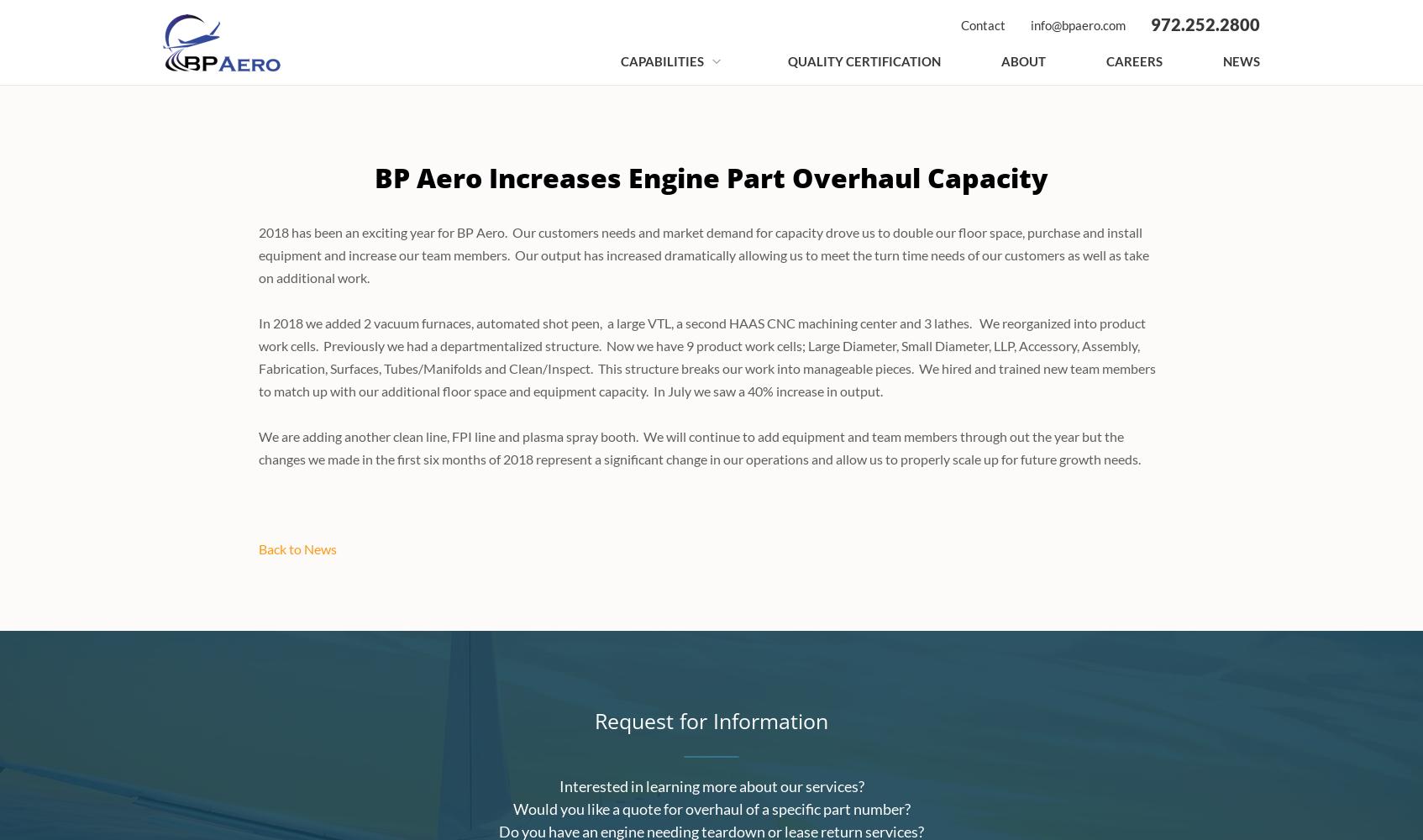  What do you see at coordinates (1022, 60) in the screenshot?
I see `'About'` at bounding box center [1022, 60].